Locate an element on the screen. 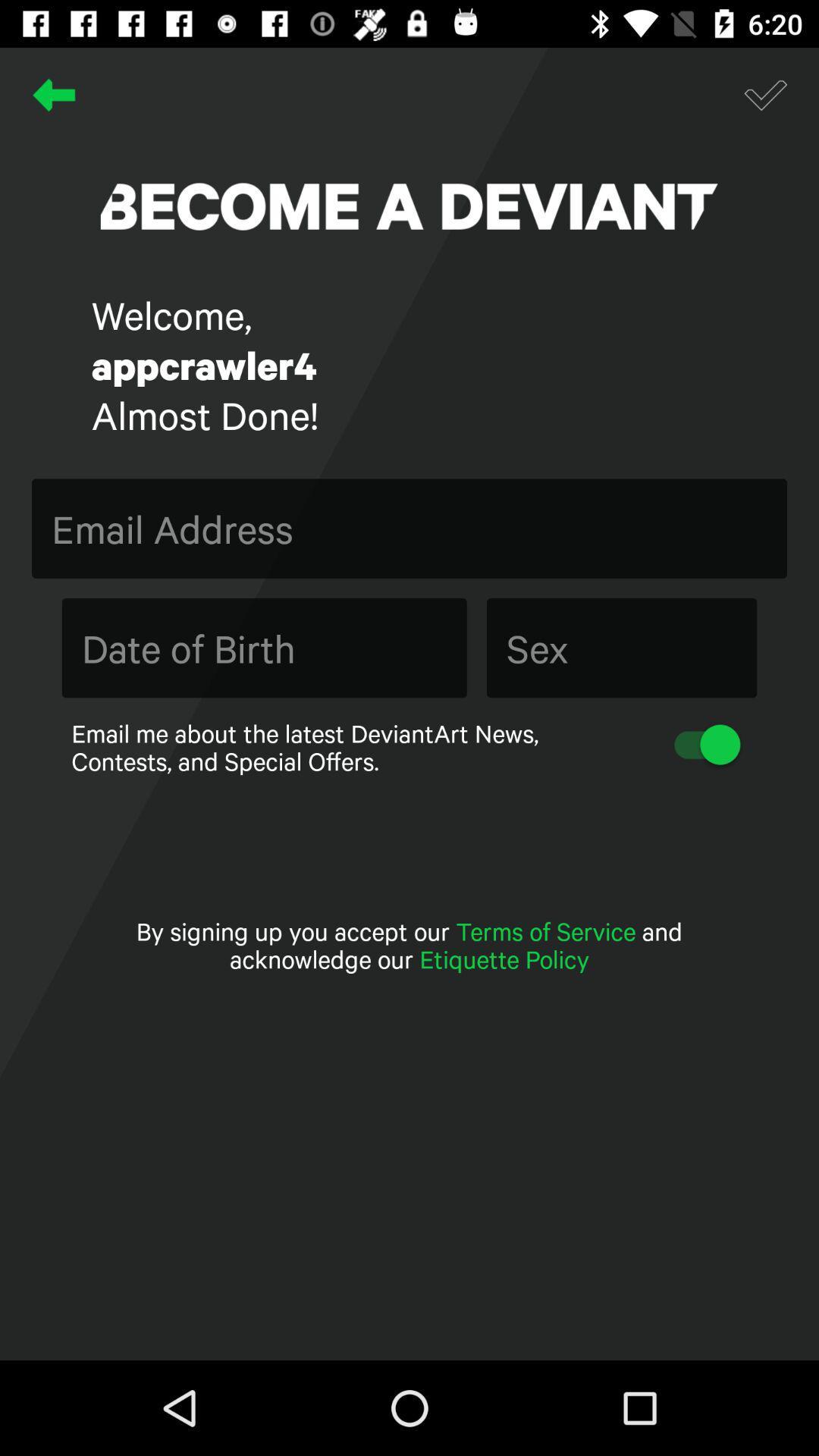  the item above email me about is located at coordinates (622, 648).